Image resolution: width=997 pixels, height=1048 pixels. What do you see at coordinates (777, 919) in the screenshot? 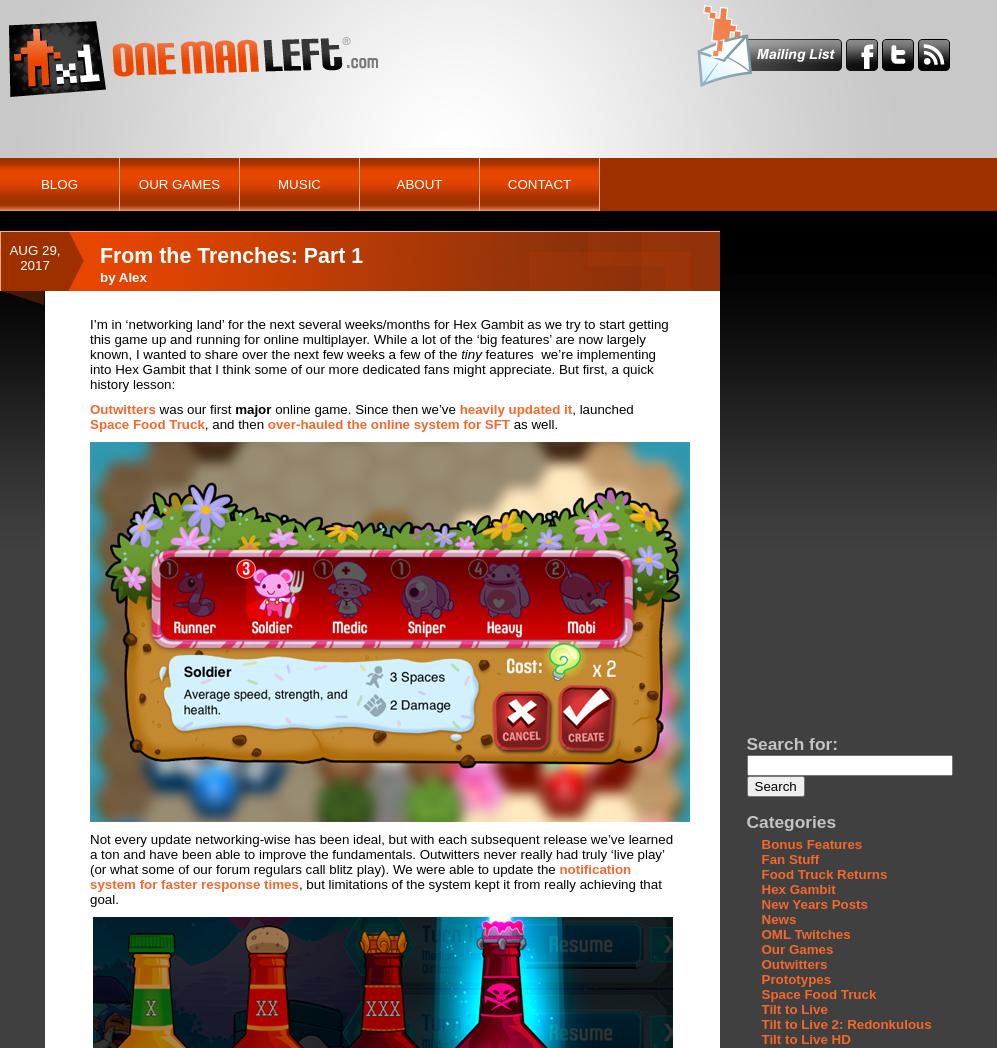
I see `'News'` at bounding box center [777, 919].